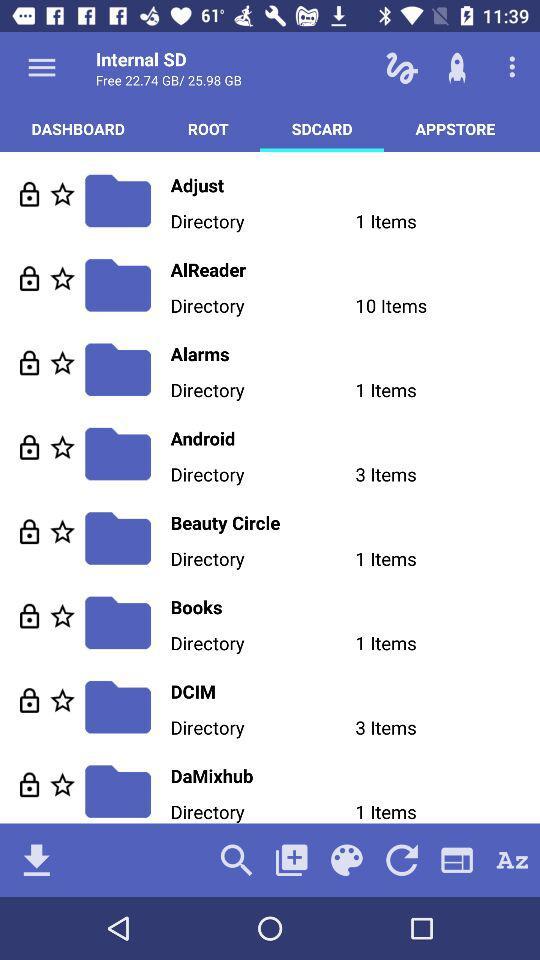  What do you see at coordinates (354, 438) in the screenshot?
I see `the icon above the directory icon` at bounding box center [354, 438].